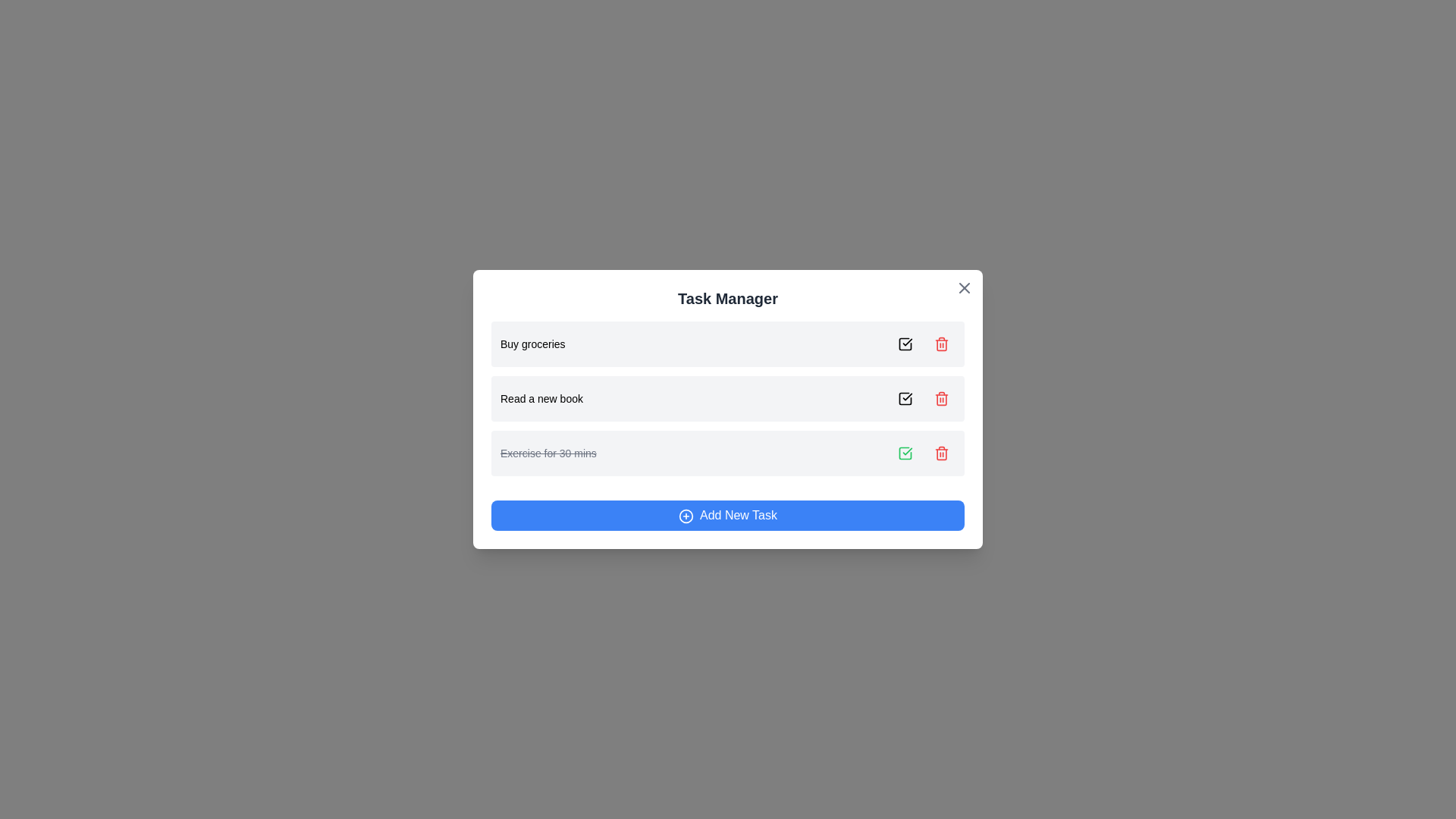 Image resolution: width=1456 pixels, height=819 pixels. What do you see at coordinates (905, 344) in the screenshot?
I see `the Checkbox icon with a checkmark, which is located on the right side of the first task row labeled 'Buy groceries' in the task list` at bounding box center [905, 344].